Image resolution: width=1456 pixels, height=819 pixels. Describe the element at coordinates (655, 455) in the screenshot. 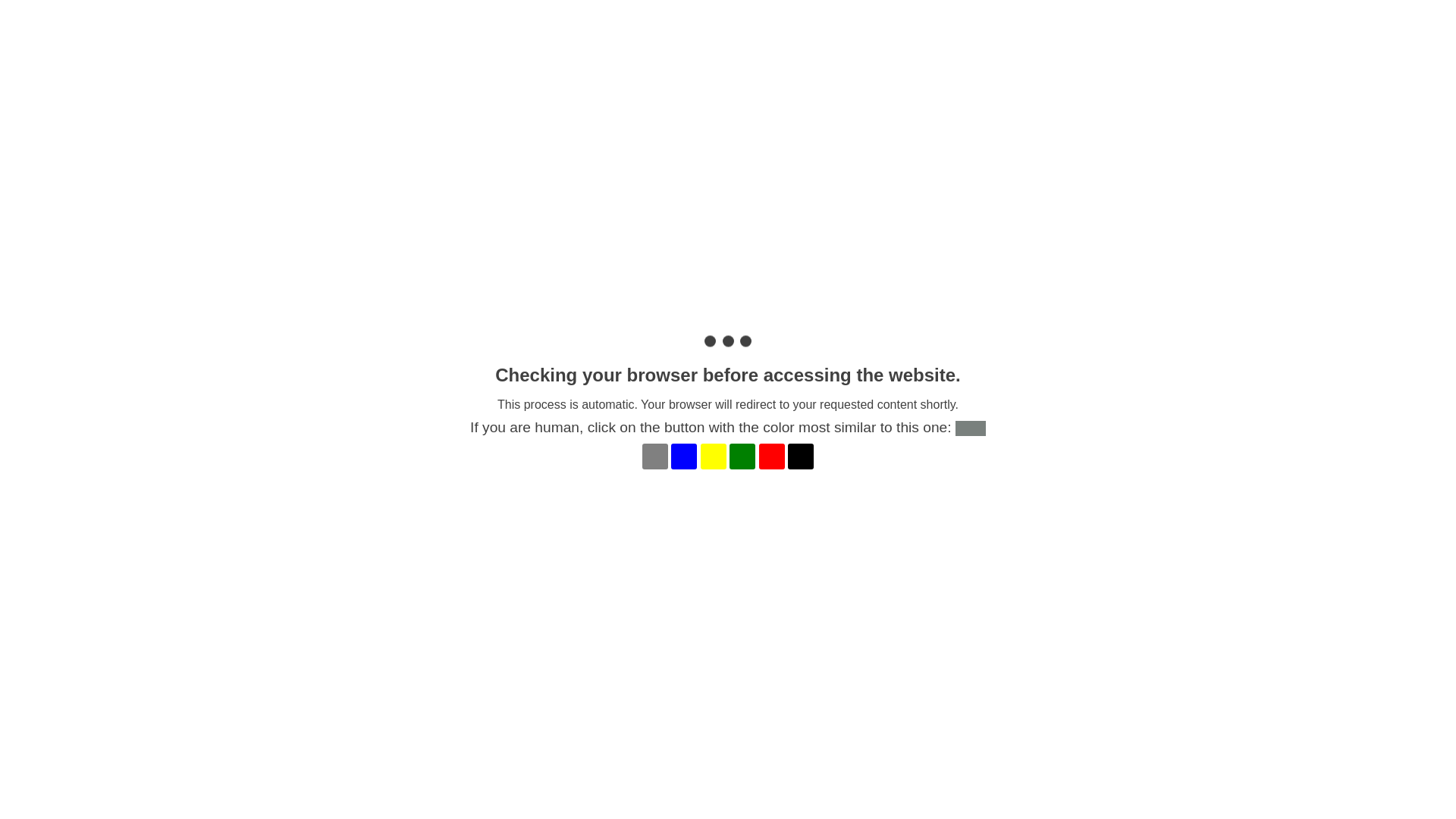

I see `'GRAY'` at that location.